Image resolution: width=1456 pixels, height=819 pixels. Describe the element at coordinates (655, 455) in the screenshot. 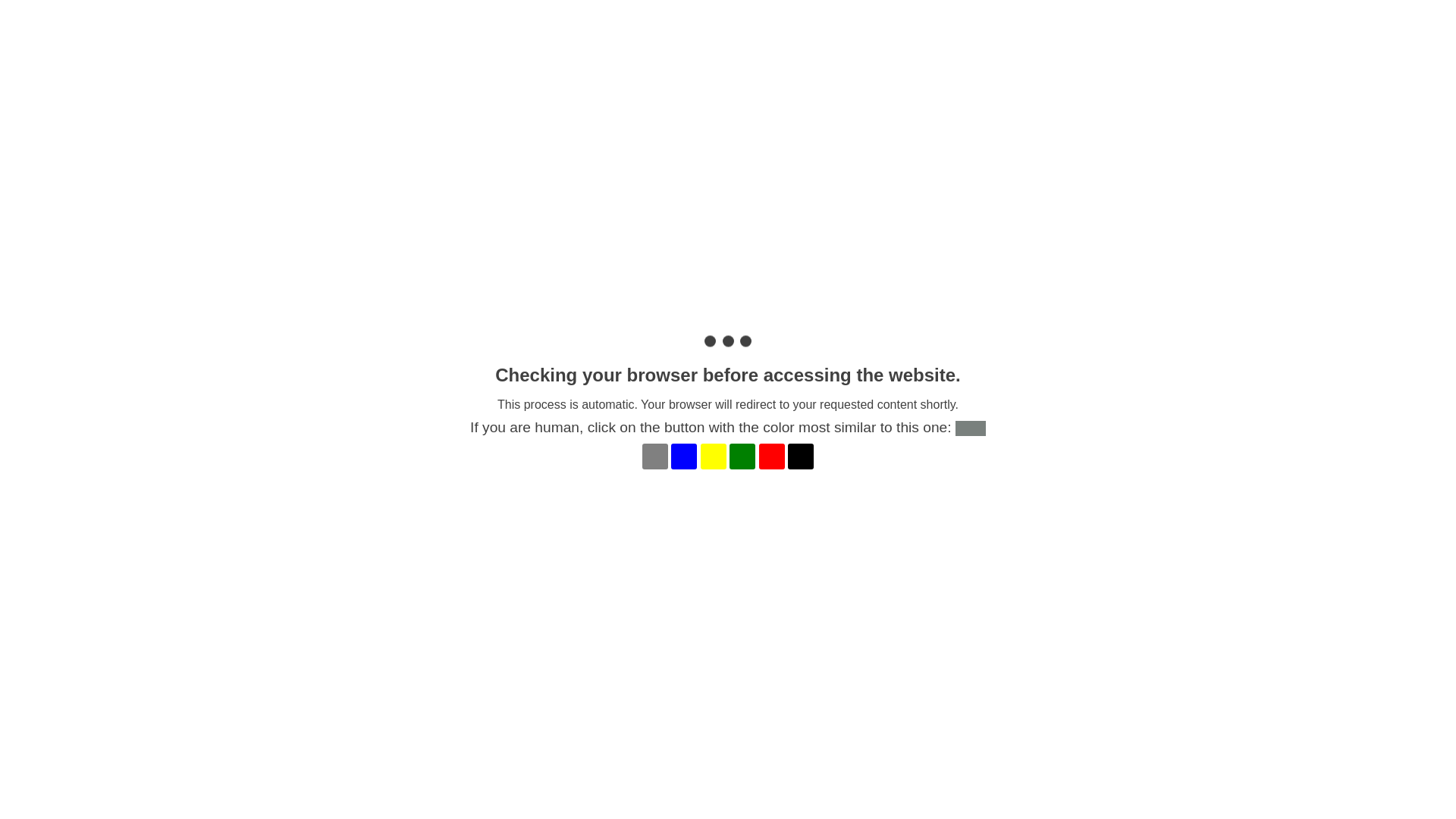

I see `'GRAY'` at that location.